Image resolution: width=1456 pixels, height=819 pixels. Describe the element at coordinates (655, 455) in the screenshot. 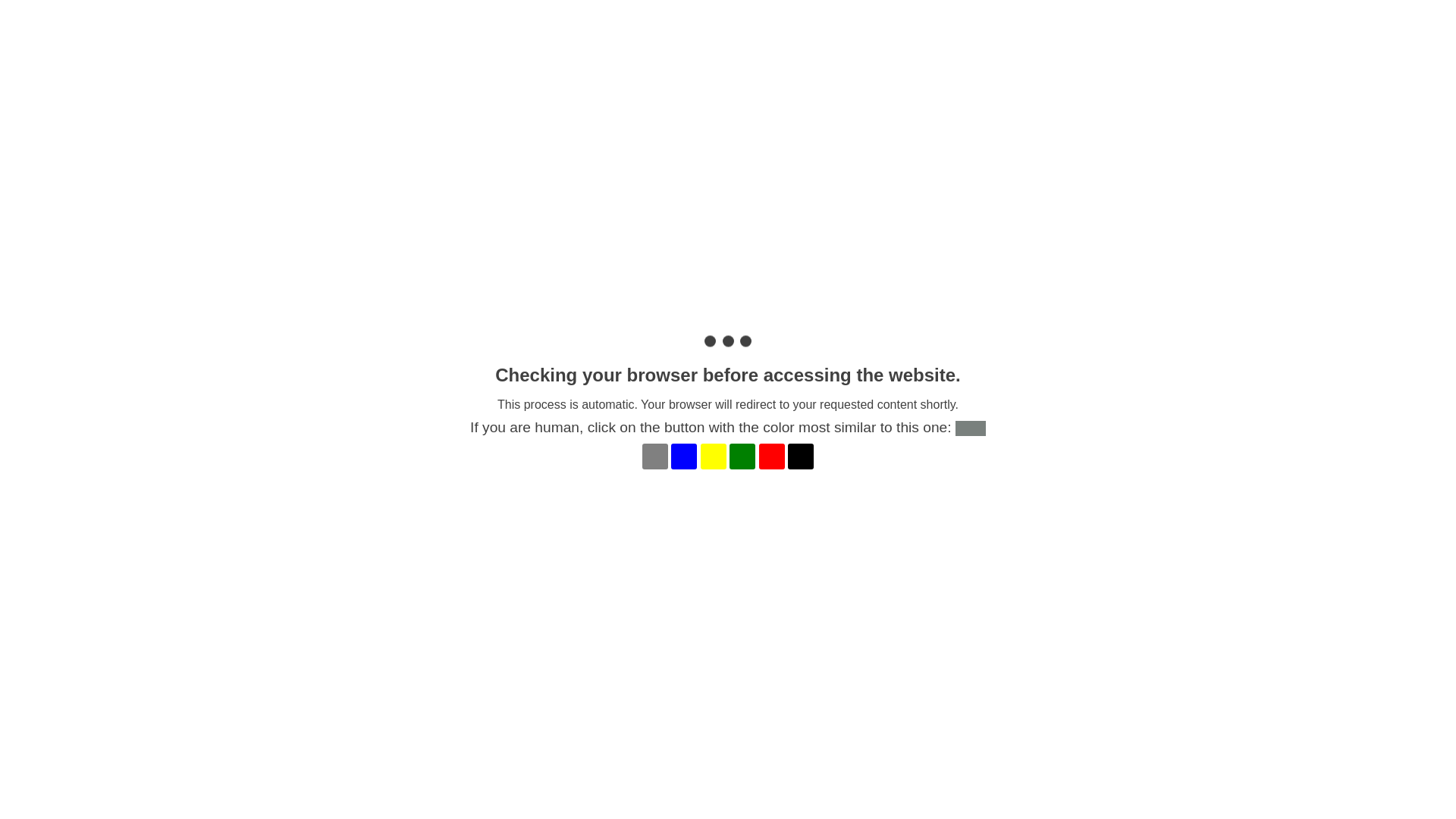

I see `'GRAY'` at that location.